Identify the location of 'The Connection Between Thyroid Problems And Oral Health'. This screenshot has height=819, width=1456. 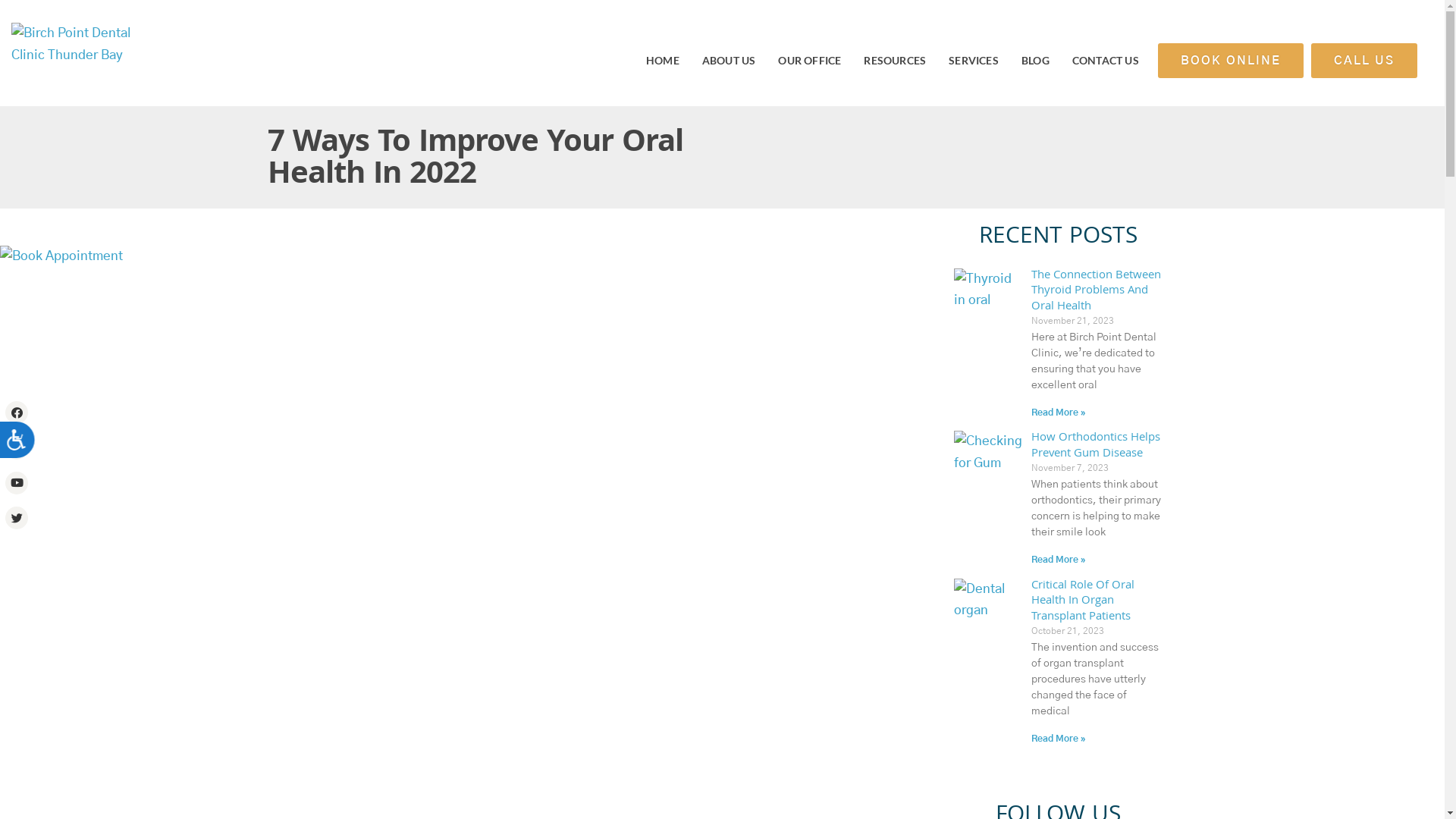
(1031, 292).